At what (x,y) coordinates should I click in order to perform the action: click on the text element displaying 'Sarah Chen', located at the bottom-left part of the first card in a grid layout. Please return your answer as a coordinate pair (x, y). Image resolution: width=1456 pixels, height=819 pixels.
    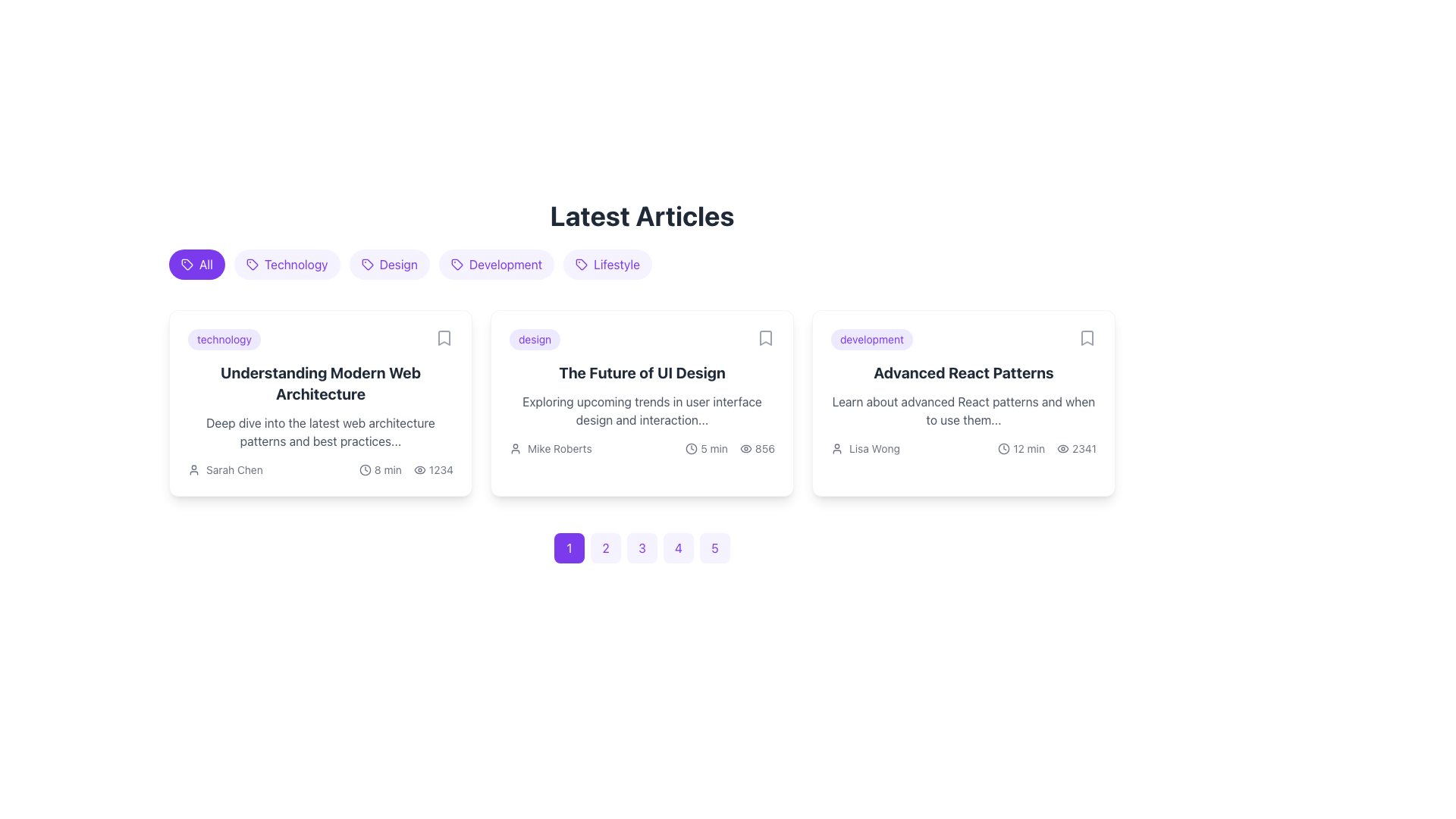
    Looking at the image, I should click on (234, 469).